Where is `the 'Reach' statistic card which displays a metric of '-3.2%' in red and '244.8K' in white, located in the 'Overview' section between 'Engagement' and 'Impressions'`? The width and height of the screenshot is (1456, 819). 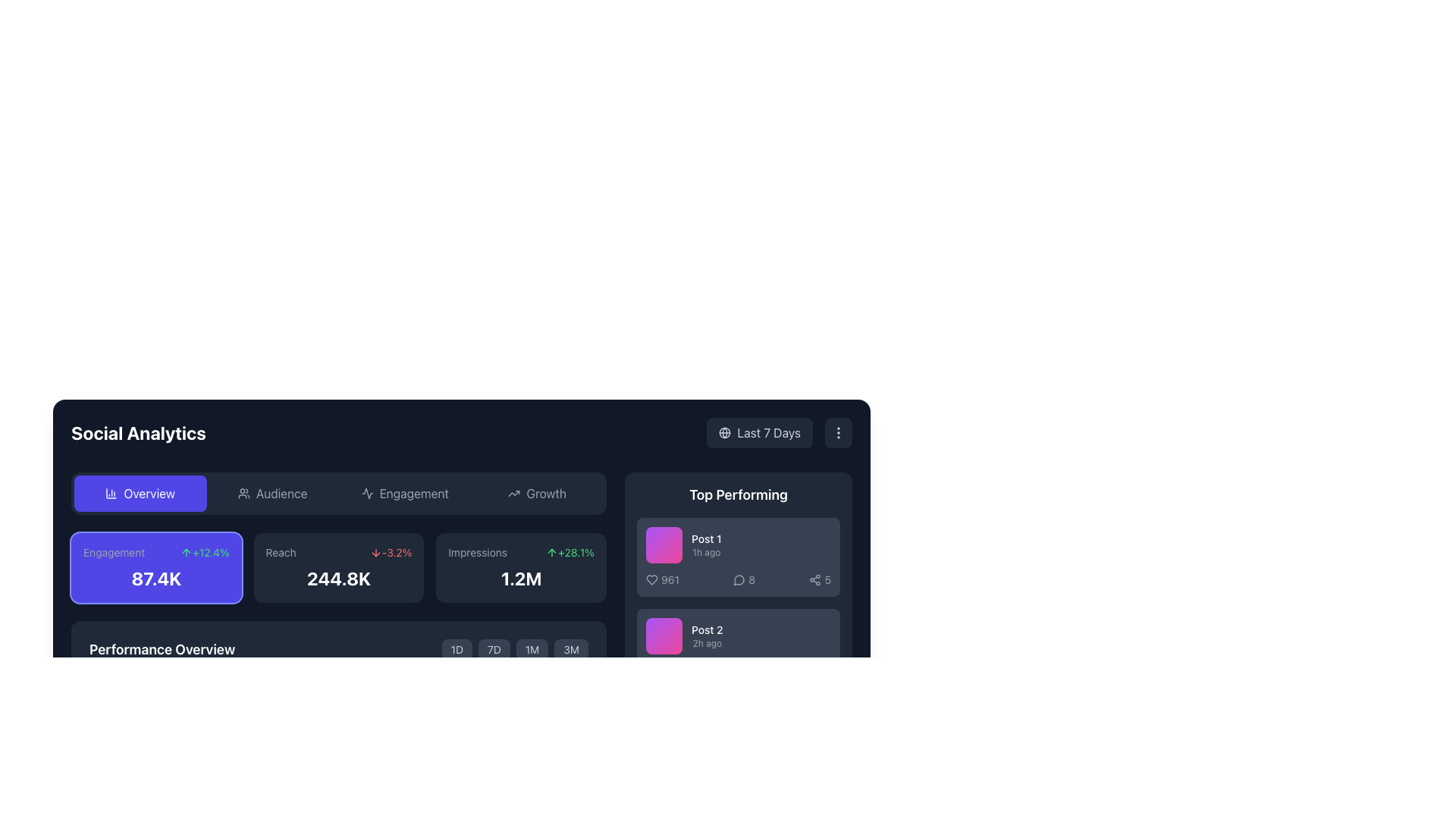
the 'Reach' statistic card which displays a metric of '-3.2%' in red and '244.8K' in white, located in the 'Overview' section between 'Engagement' and 'Impressions' is located at coordinates (337, 567).